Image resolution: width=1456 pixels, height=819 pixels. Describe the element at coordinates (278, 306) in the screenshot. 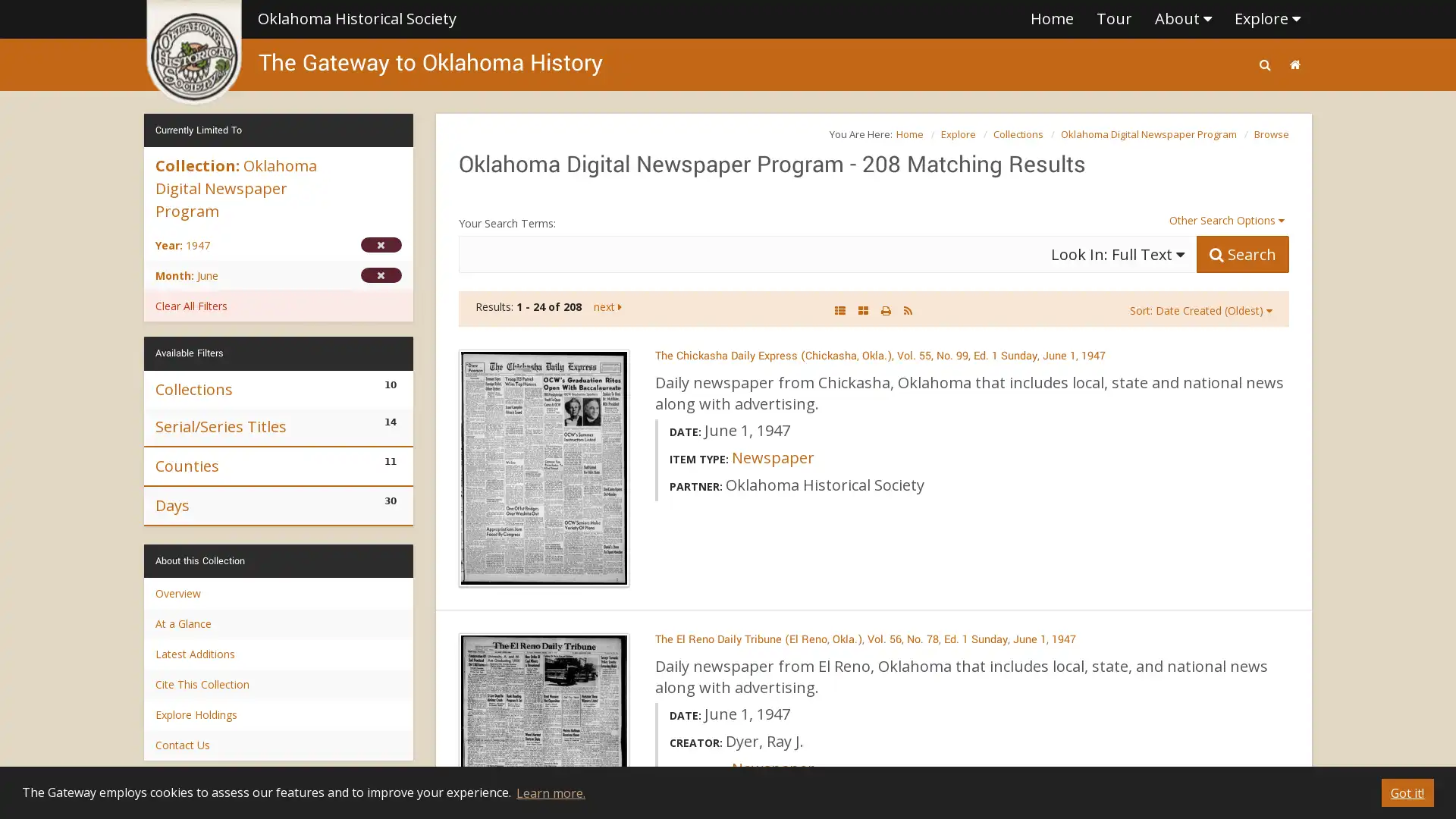

I see `Clear All Filters` at that location.